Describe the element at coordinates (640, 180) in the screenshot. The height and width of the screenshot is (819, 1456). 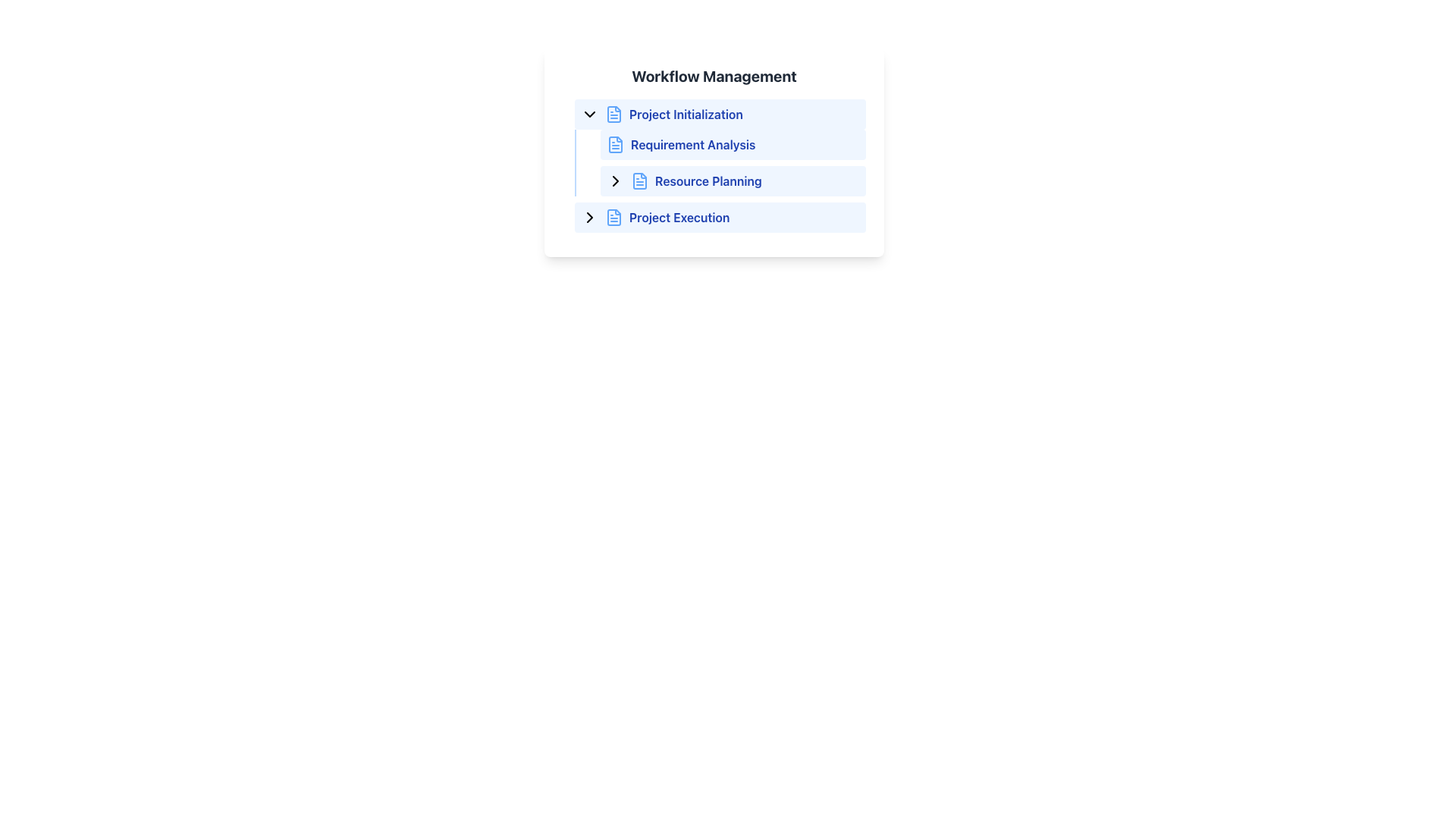
I see `the 'Resource Planning' icon in the middle section of the 'Workflow Management' hierarchy interface` at that location.